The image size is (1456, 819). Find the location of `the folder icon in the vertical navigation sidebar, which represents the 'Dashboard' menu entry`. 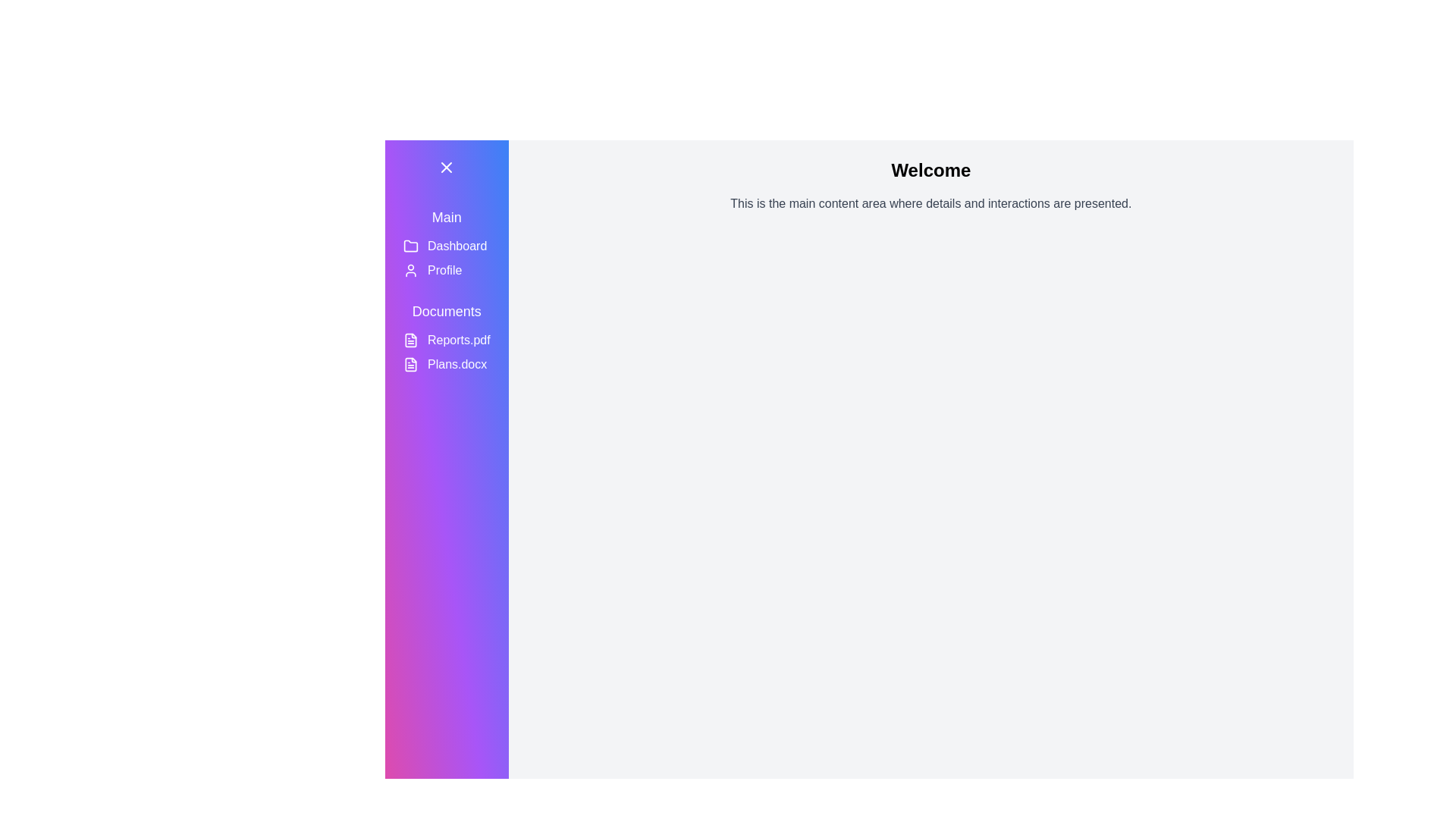

the folder icon in the vertical navigation sidebar, which represents the 'Dashboard' menu entry is located at coordinates (411, 245).